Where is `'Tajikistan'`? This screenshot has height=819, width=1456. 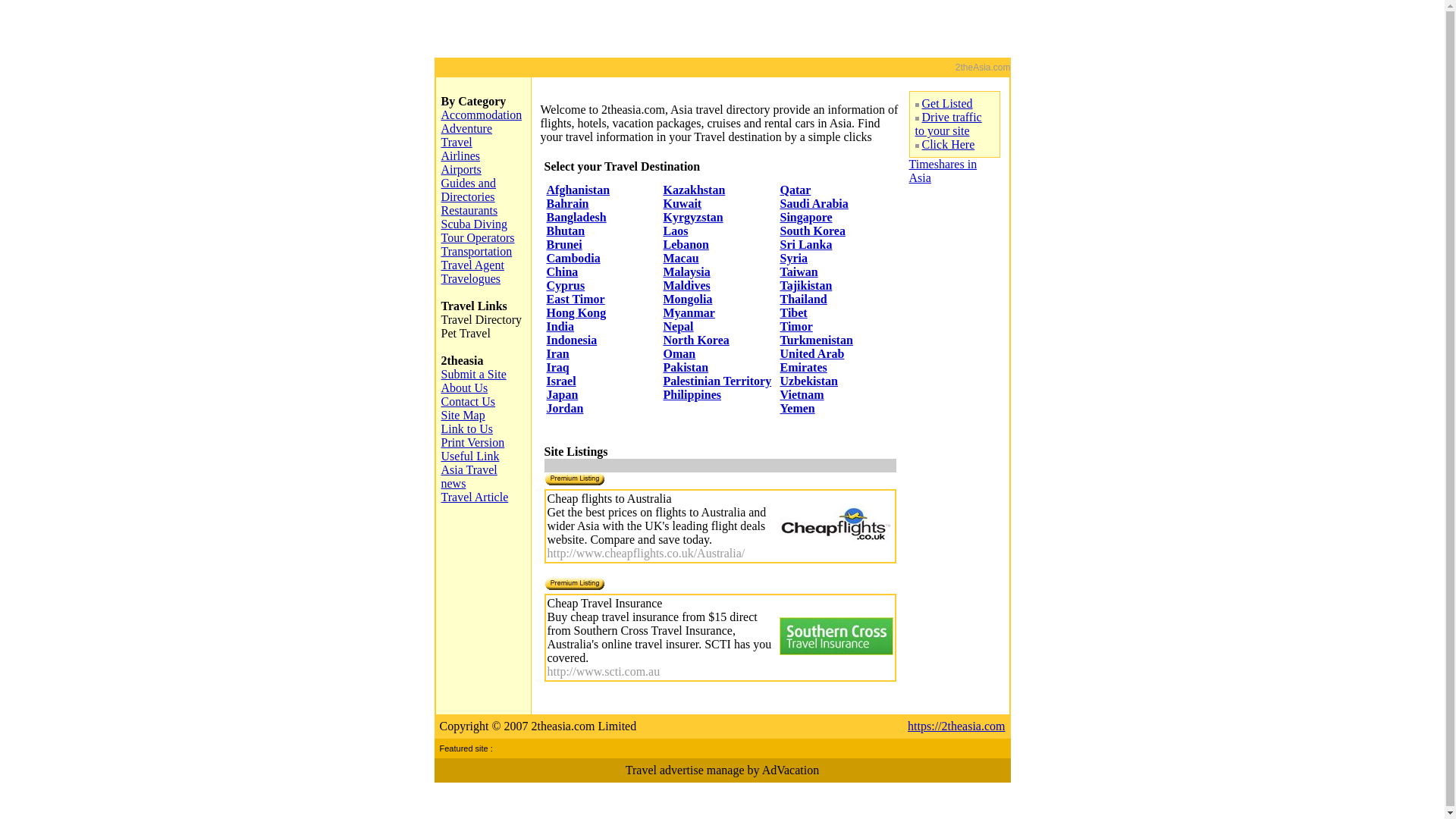
'Tajikistan' is located at coordinates (805, 285).